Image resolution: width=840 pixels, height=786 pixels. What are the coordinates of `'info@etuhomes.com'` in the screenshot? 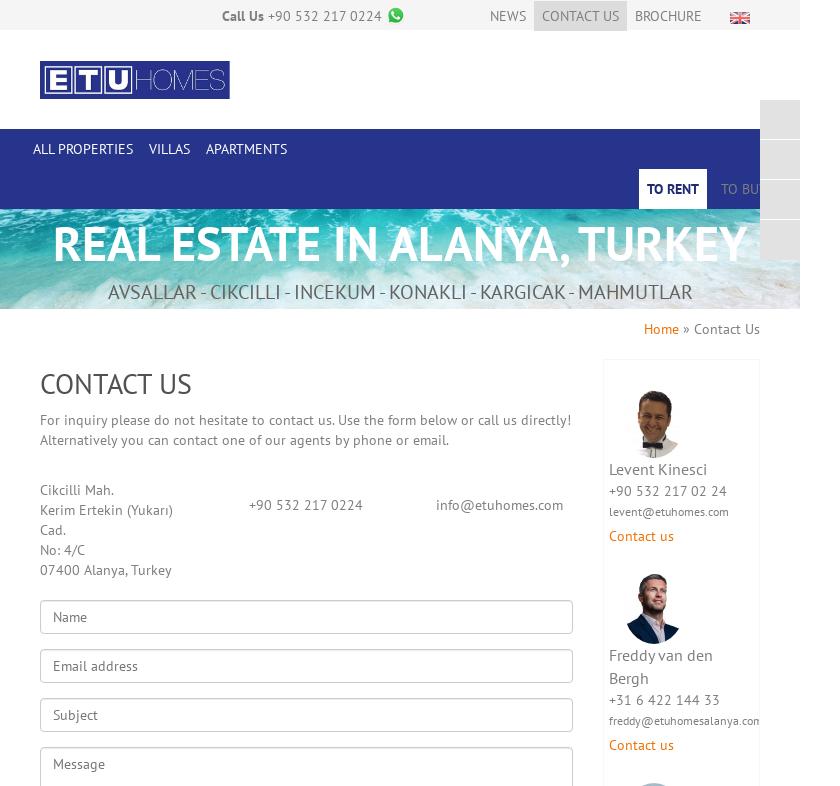 It's located at (499, 502).